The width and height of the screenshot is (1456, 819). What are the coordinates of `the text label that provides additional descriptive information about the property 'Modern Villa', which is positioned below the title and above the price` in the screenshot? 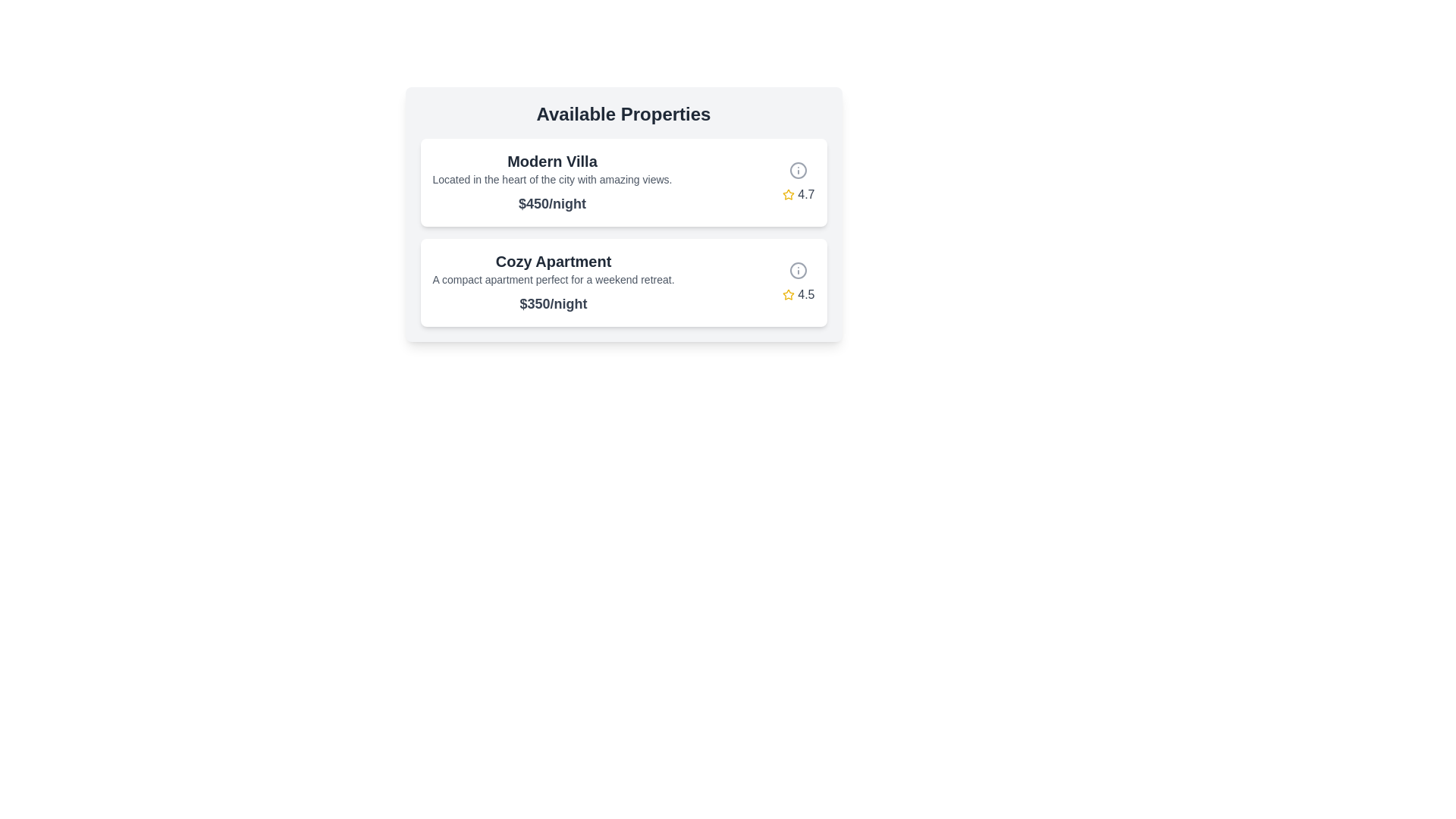 It's located at (551, 178).